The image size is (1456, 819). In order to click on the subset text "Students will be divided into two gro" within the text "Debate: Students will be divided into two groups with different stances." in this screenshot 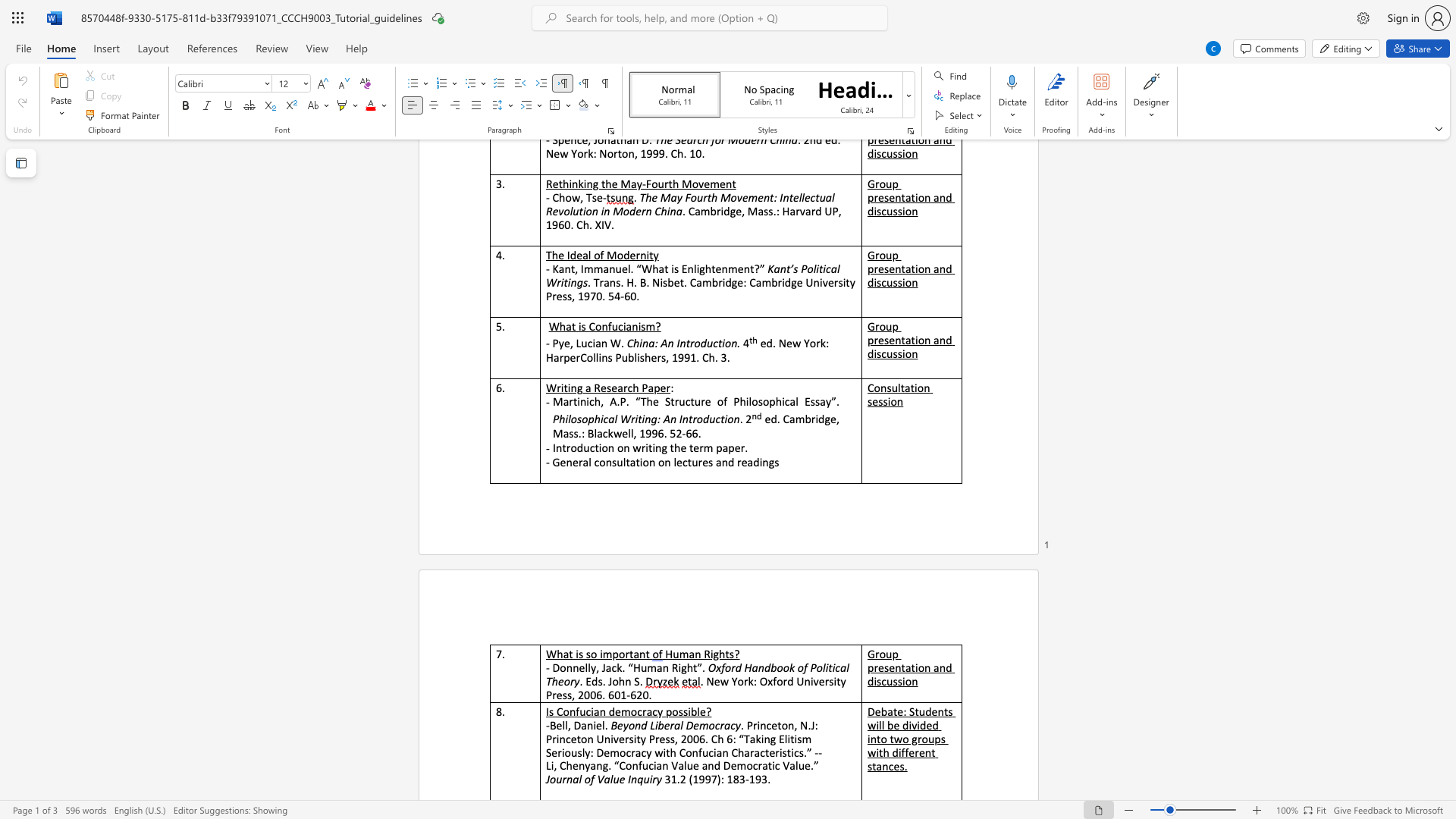, I will do `click(909, 711)`.